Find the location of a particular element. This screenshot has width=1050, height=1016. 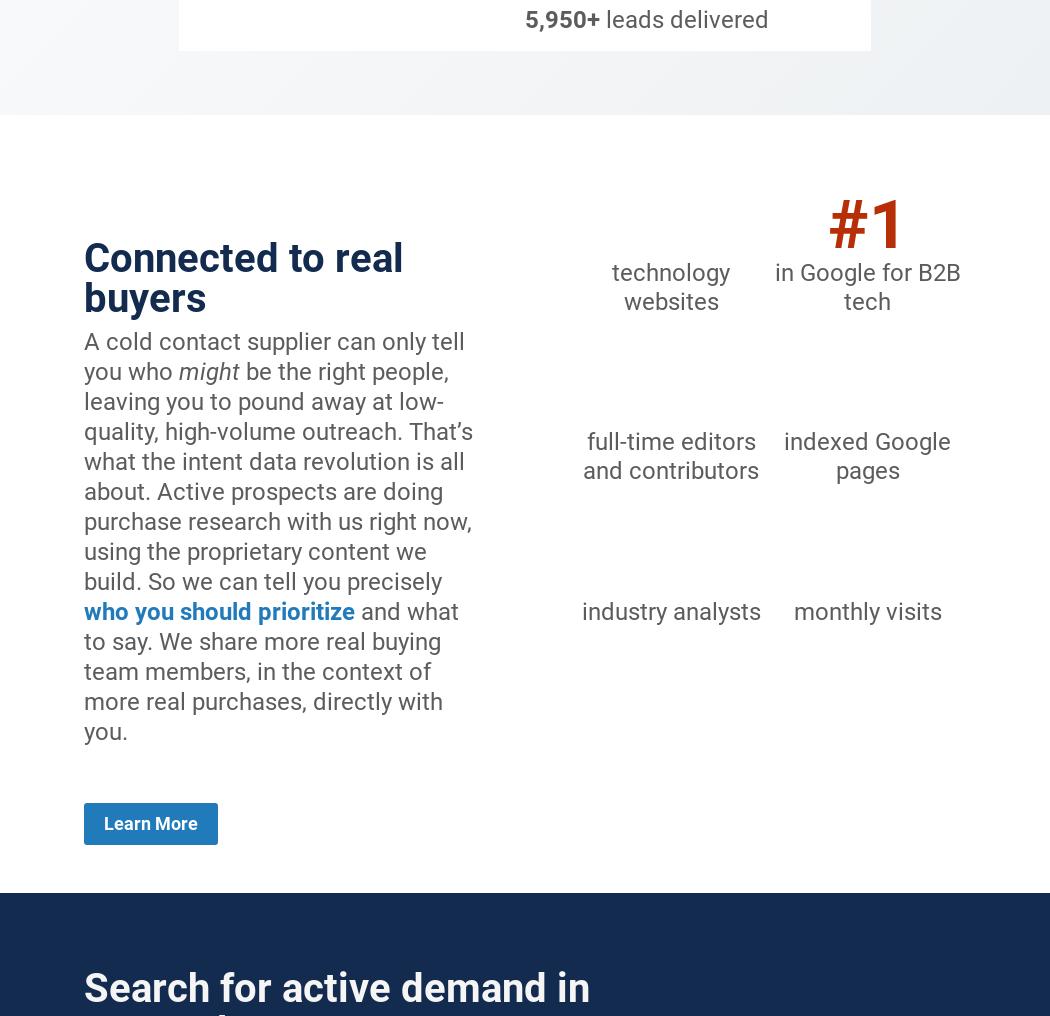

'indexed Google pages' is located at coordinates (866, 456).